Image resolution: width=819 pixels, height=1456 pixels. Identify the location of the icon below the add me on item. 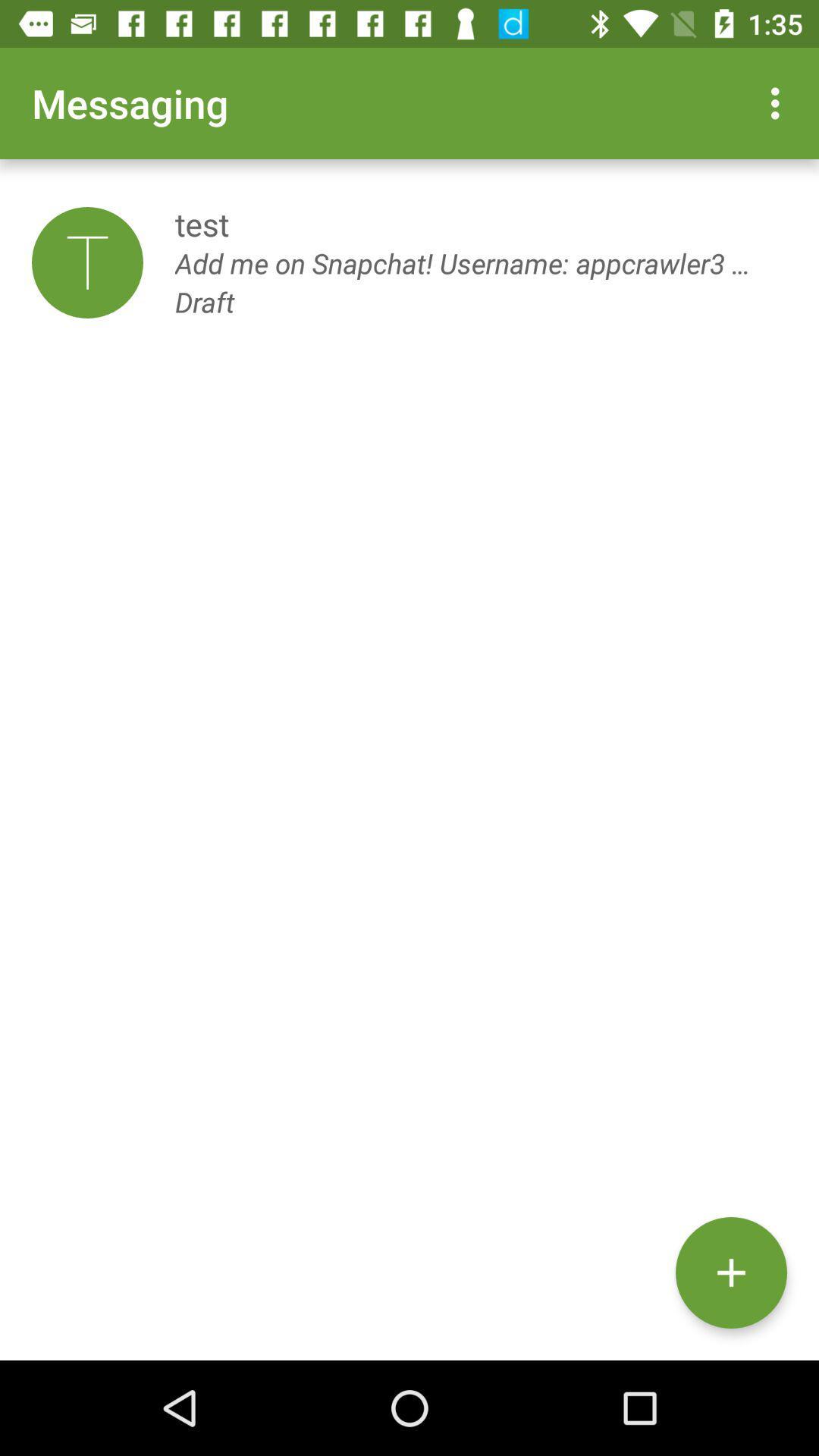
(730, 1272).